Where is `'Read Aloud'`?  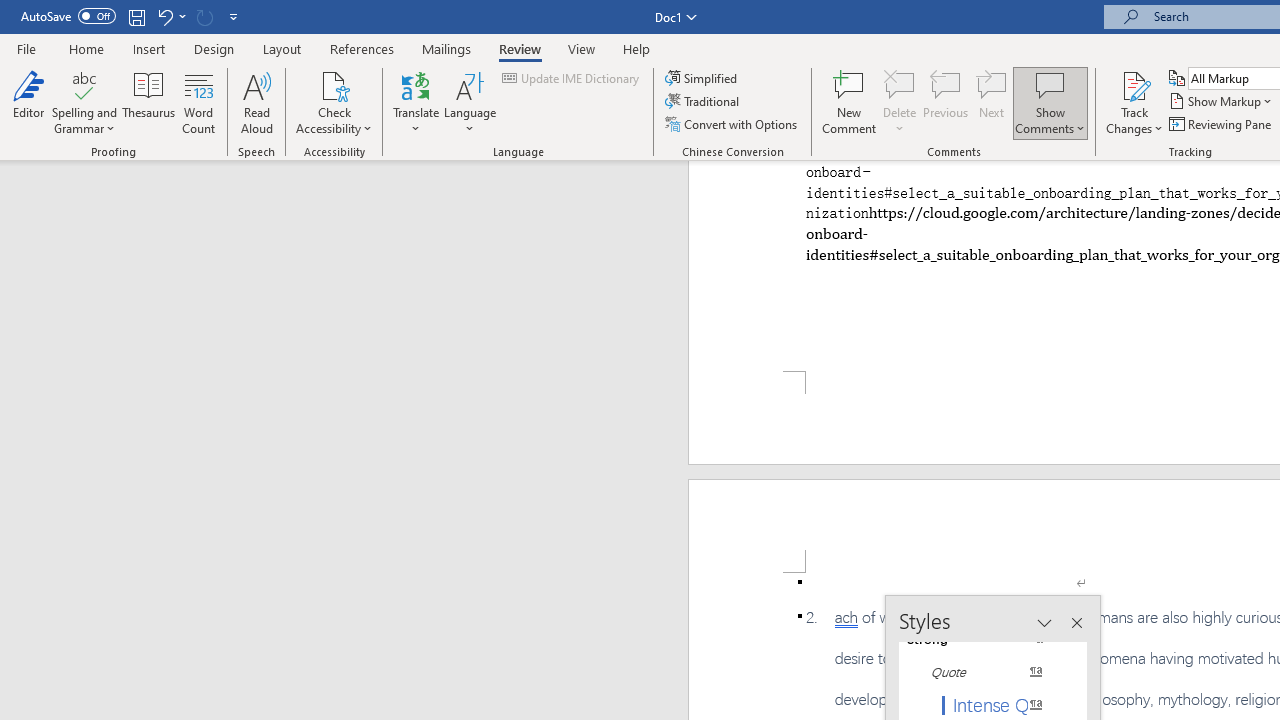
'Read Aloud' is located at coordinates (255, 103).